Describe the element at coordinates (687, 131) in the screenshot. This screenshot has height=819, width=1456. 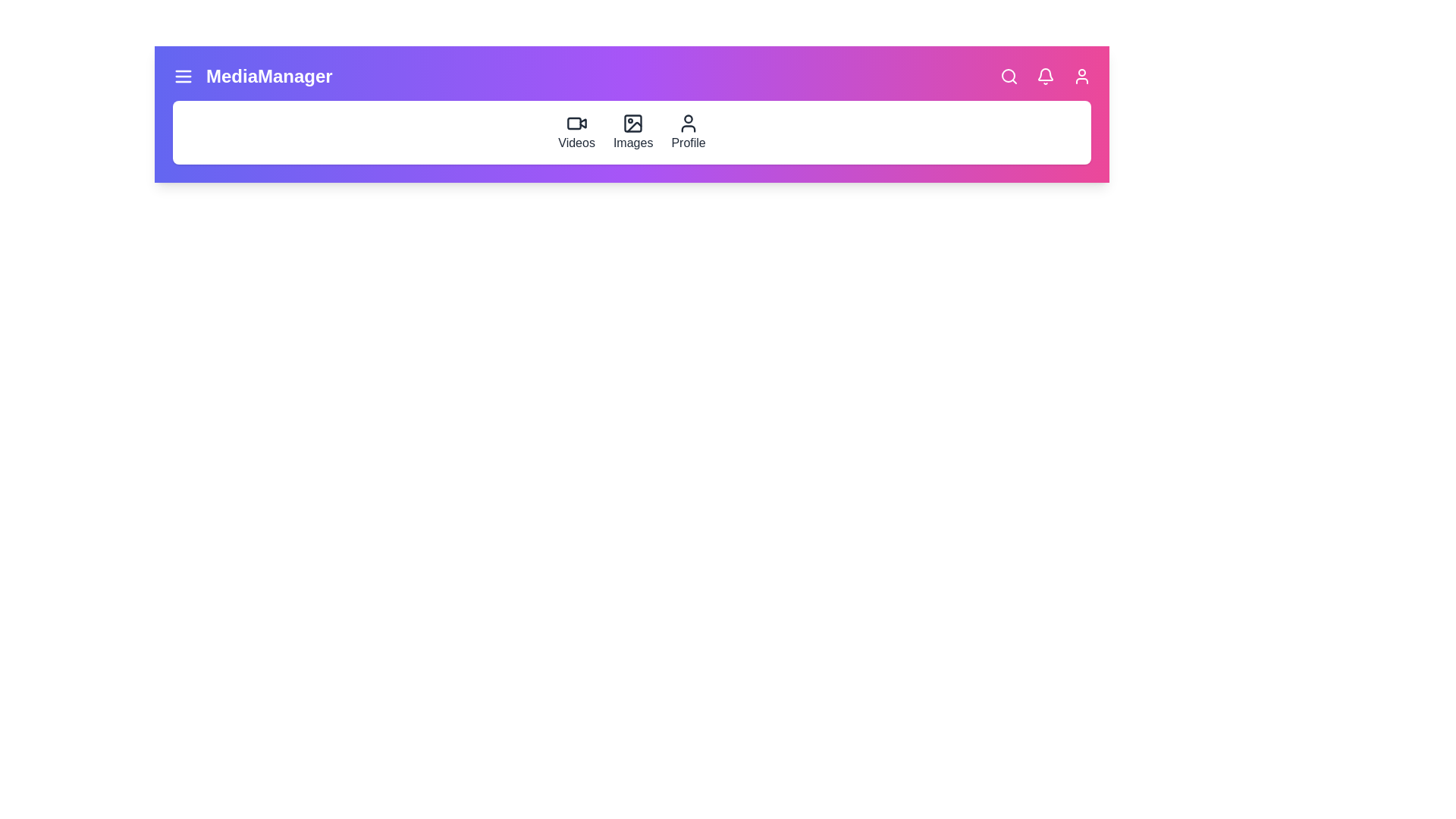
I see `the 'Profile' button to navigate to the Profile section` at that location.